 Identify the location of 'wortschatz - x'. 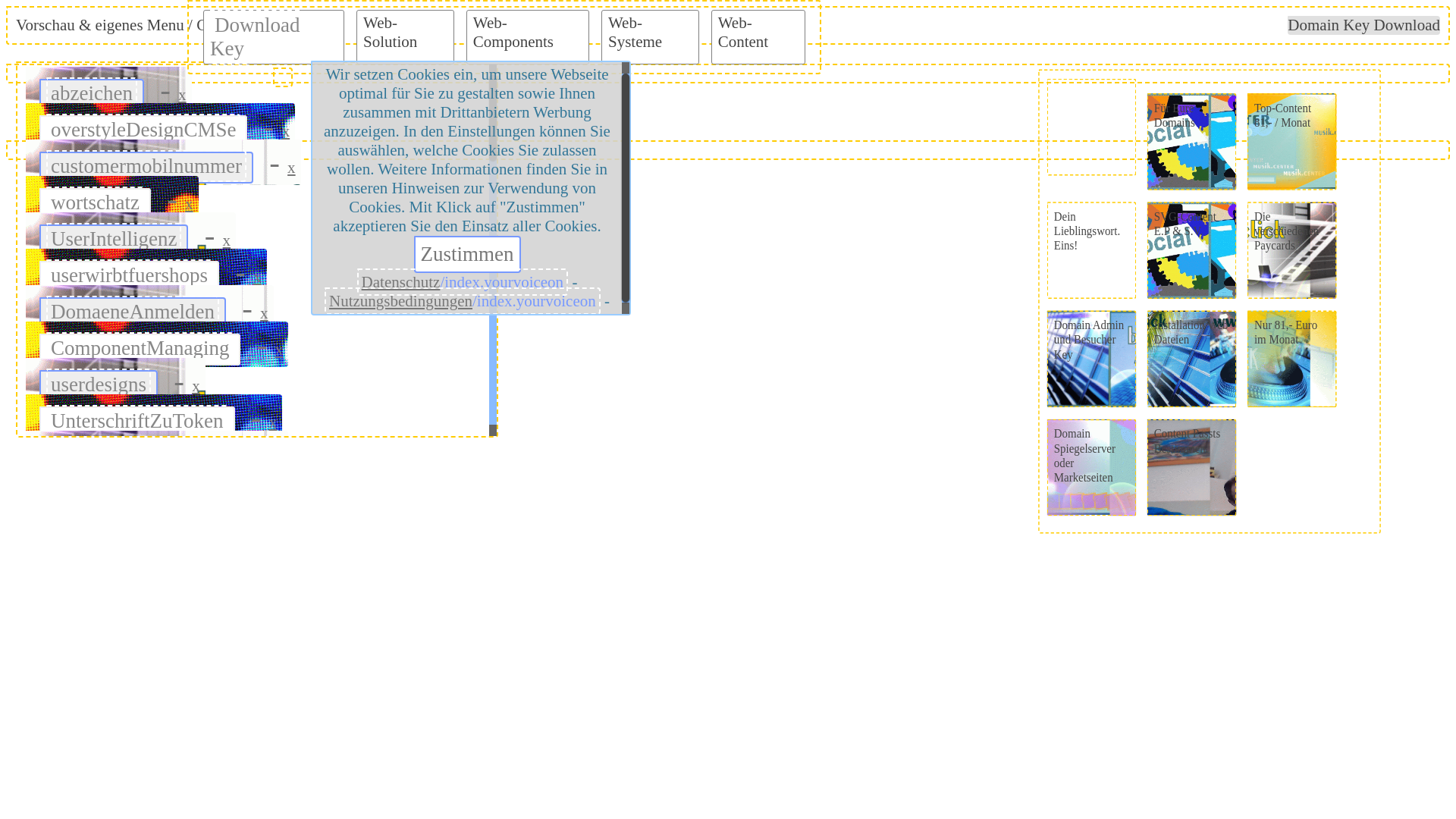
(111, 198).